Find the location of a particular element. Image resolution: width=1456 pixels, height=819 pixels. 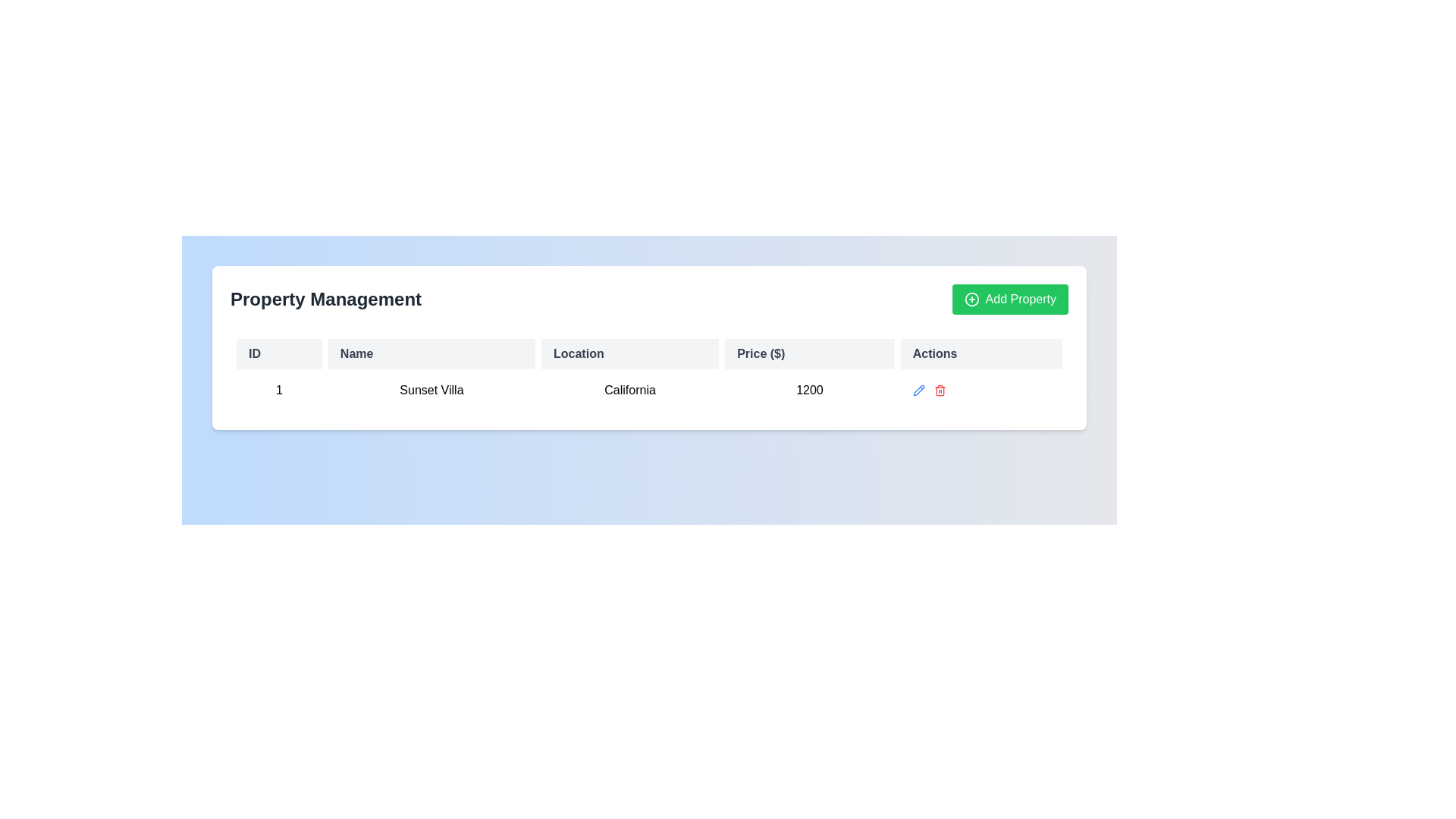

the deletion button represented by an SVG icon located in the top row under the 'Actions' column of the table, right-aligned and adjacent to a blue edit pencil icon is located at coordinates (939, 390).